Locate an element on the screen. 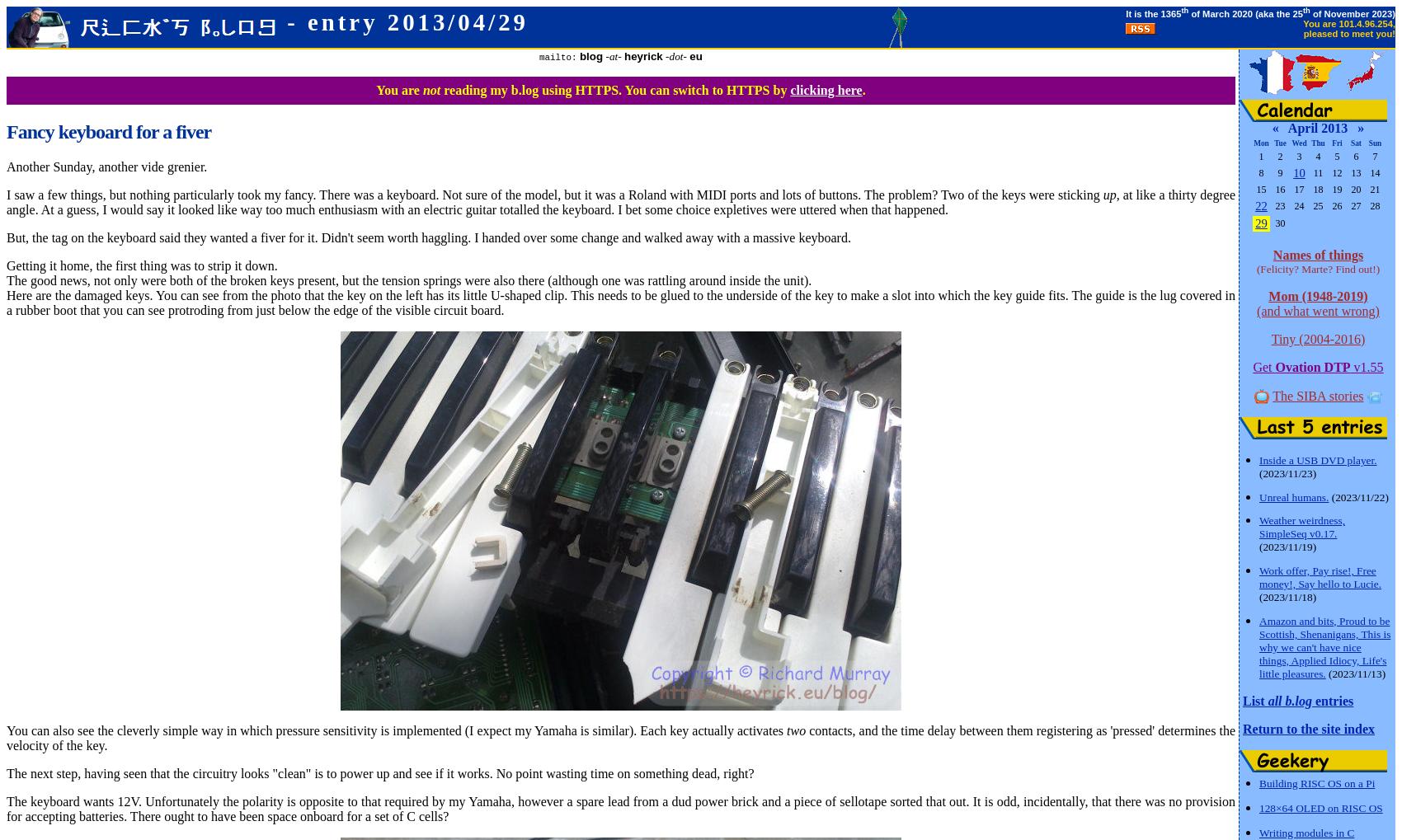 This screenshot has width=1402, height=840. 'pleased to meet you!' is located at coordinates (1348, 32).